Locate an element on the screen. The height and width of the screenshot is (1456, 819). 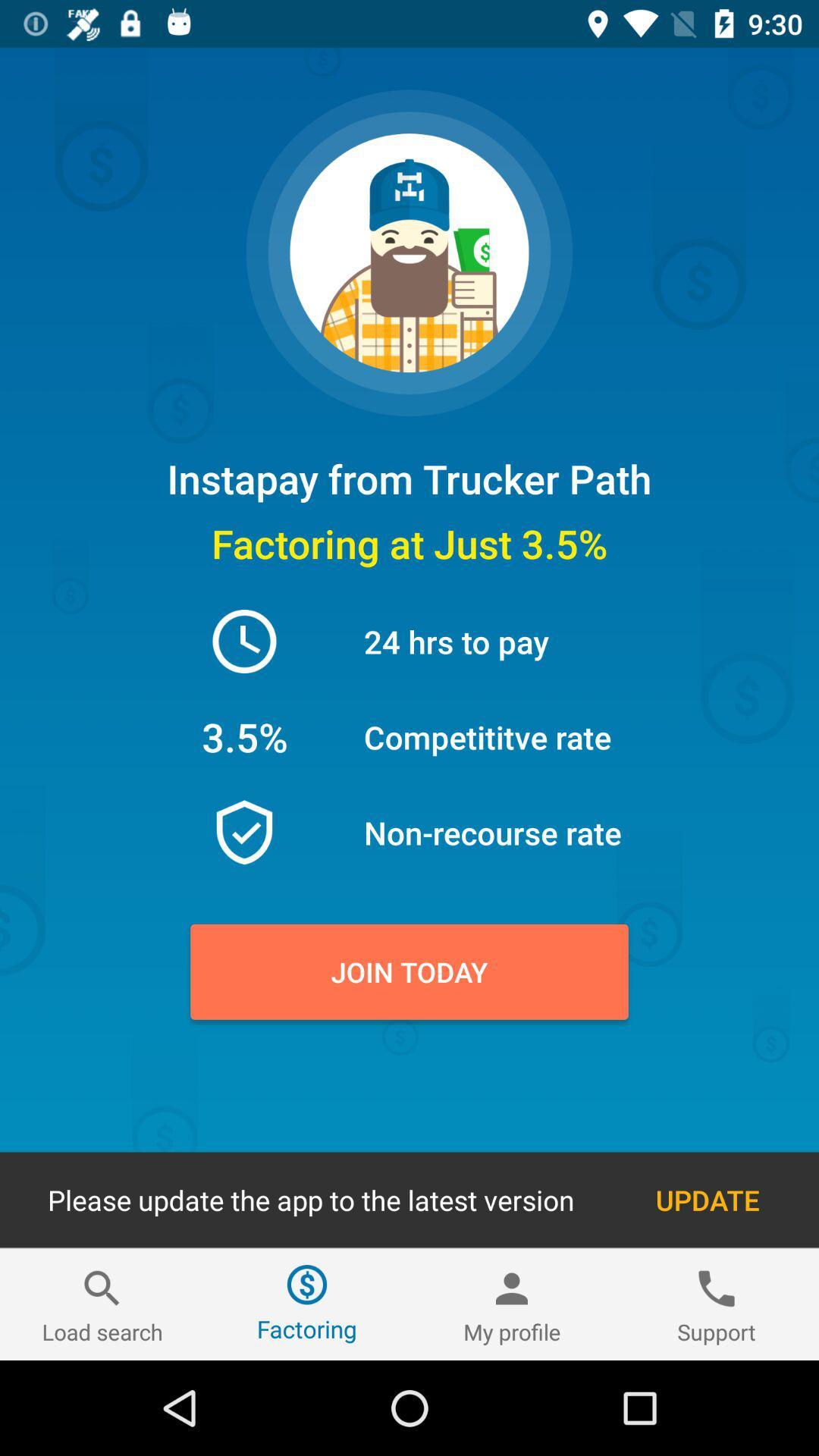
icon at the bottom left corner is located at coordinates (102, 1304).